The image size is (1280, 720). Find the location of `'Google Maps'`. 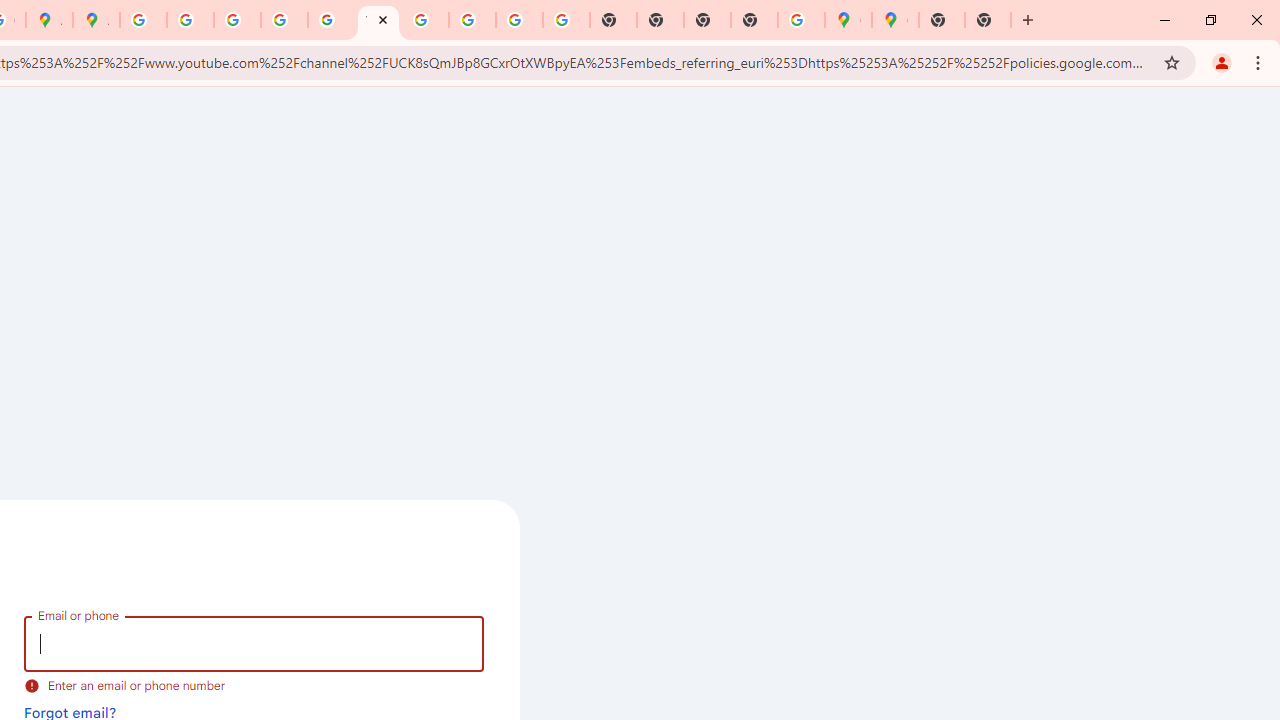

'Google Maps' is located at coordinates (848, 20).